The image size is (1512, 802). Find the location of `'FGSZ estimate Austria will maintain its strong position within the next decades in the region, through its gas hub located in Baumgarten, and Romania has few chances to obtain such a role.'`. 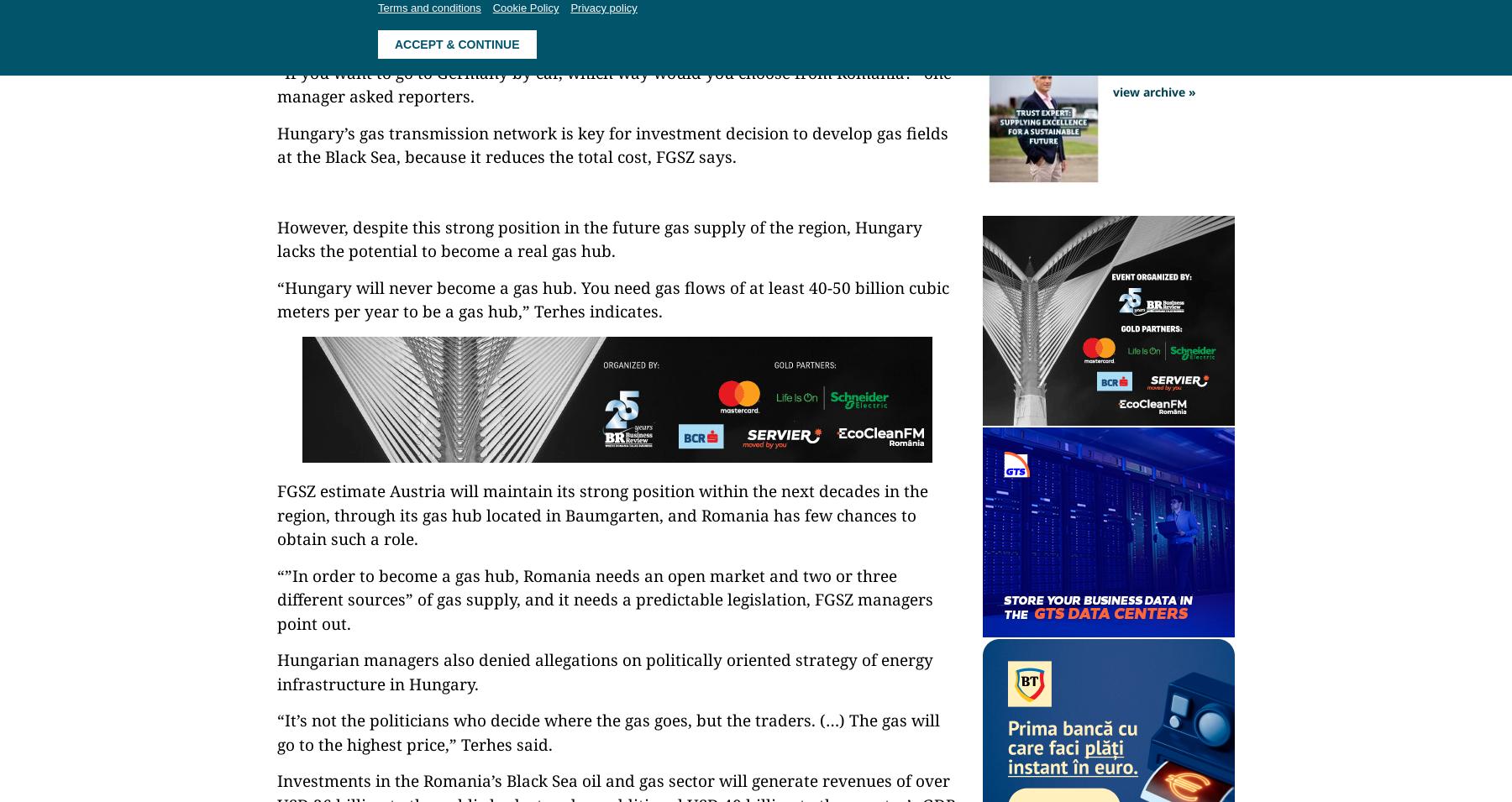

'FGSZ estimate Austria will maintain its strong position within the next decades in the region, through its gas hub located in Baumgarten, and Romania has few chances to obtain such a role.' is located at coordinates (601, 515).